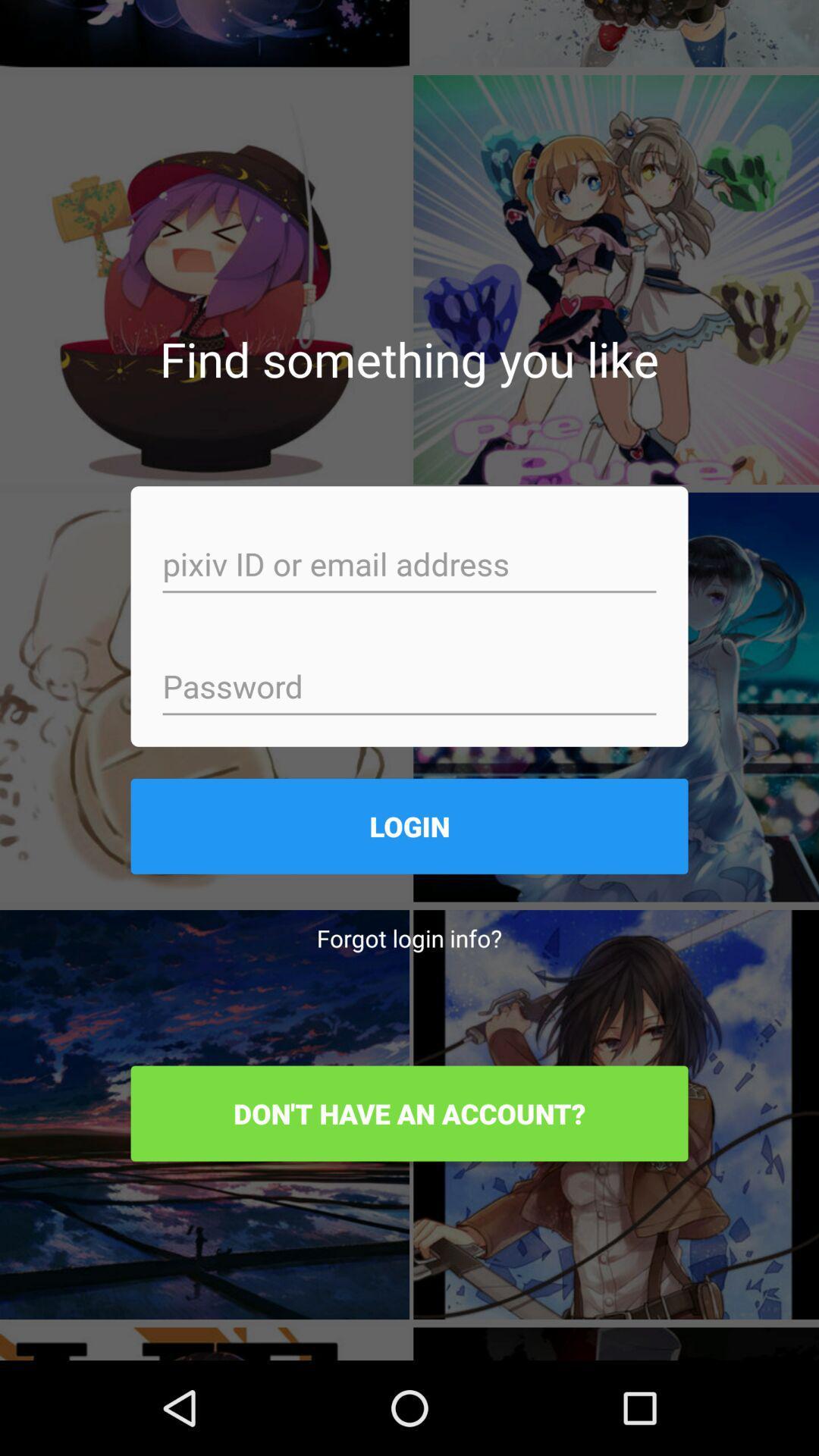 This screenshot has height=1456, width=819. I want to click on password, so click(409, 687).